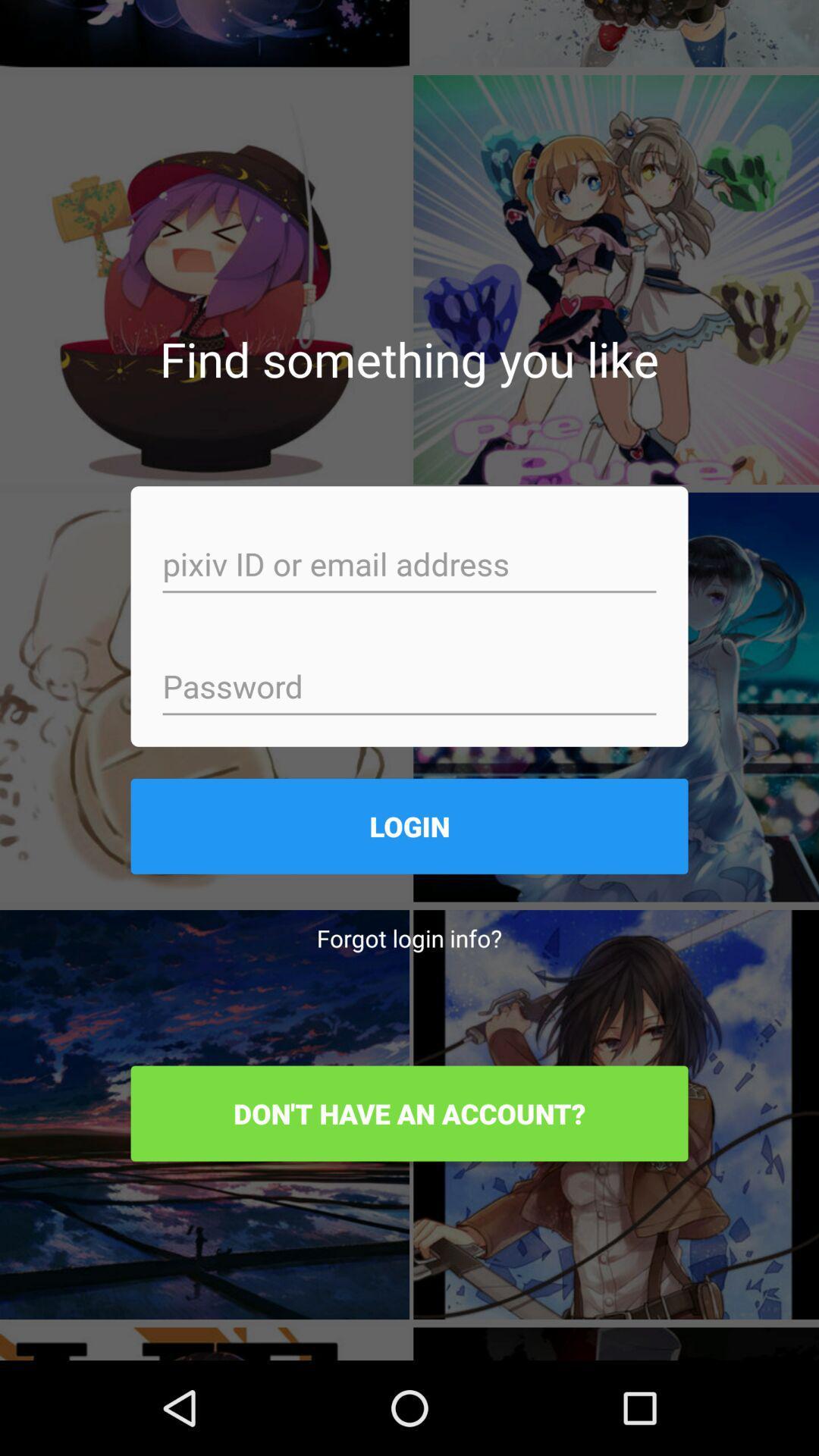 This screenshot has height=1456, width=819. I want to click on password, so click(409, 687).